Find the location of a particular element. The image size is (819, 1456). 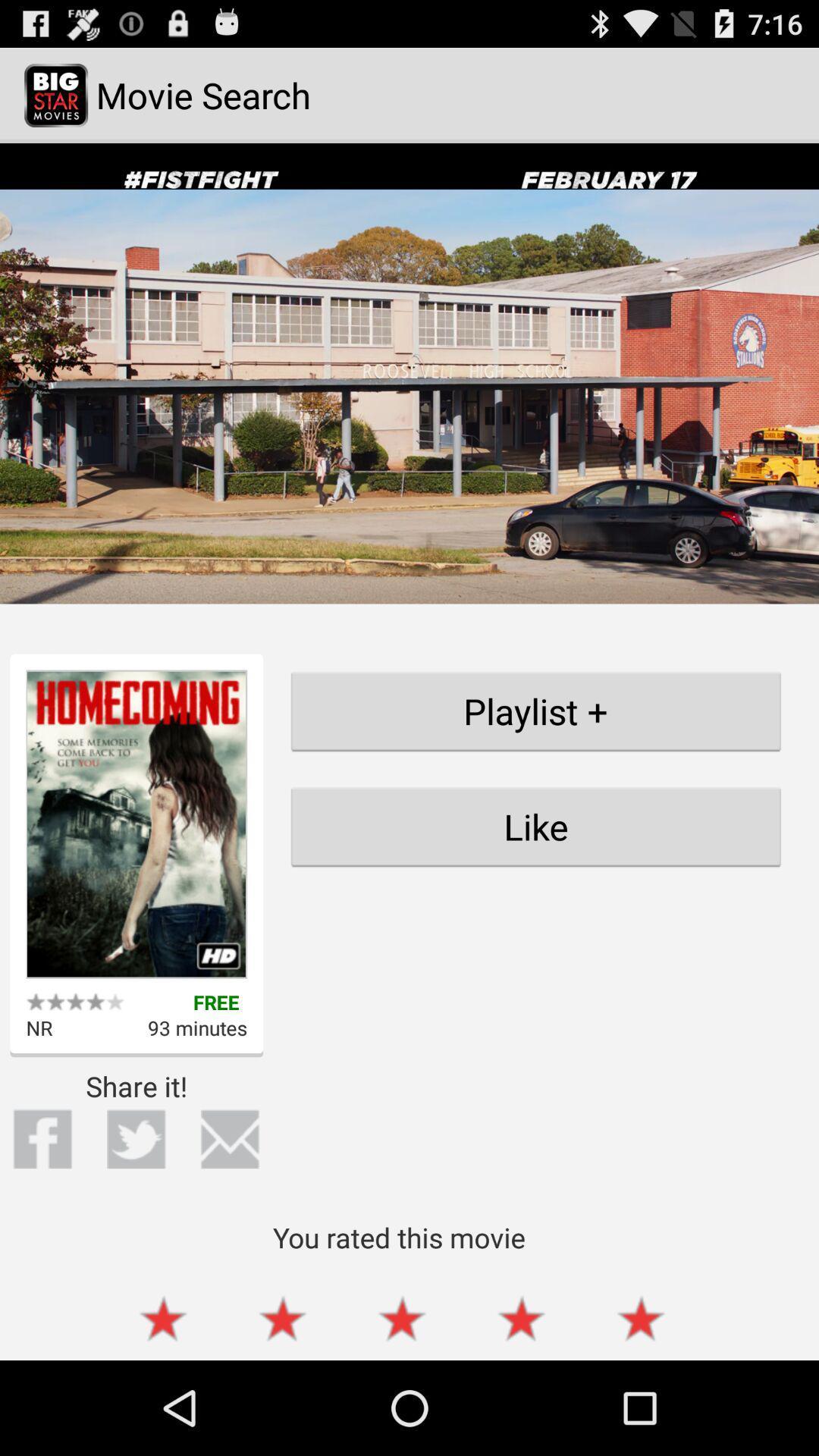

the facebook icon is located at coordinates (42, 1219).